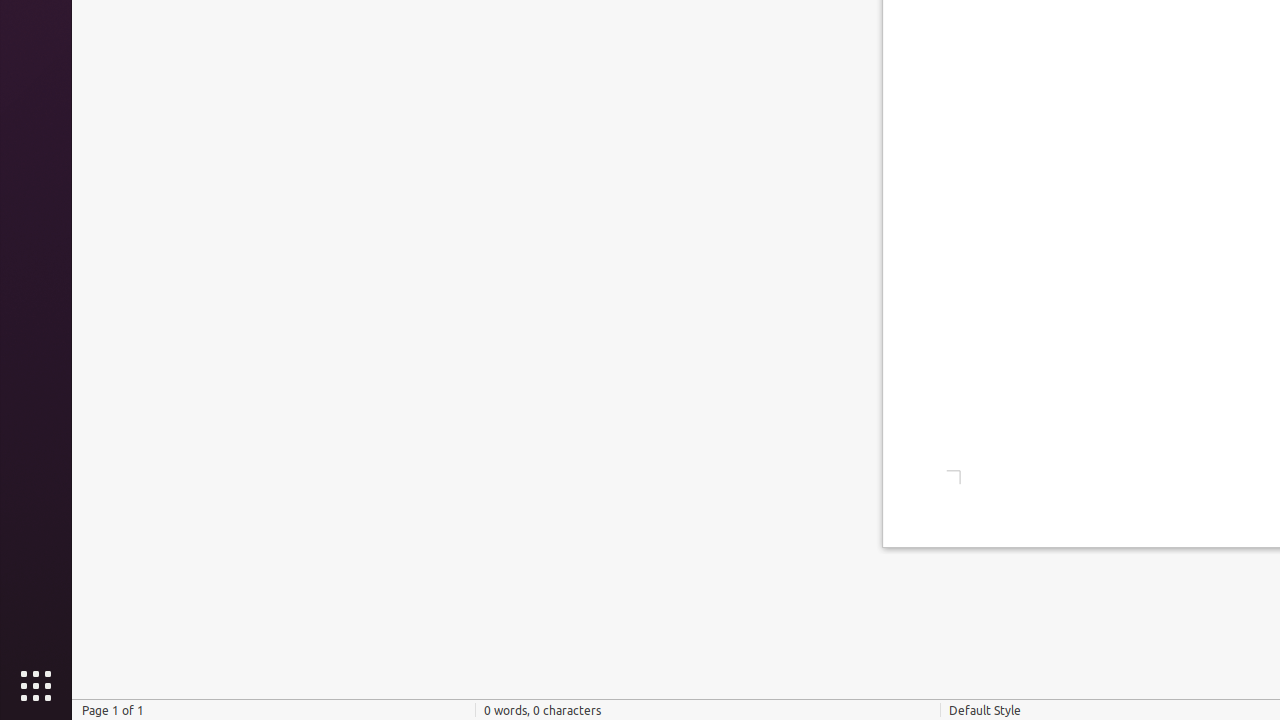  Describe the element at coordinates (35, 685) in the screenshot. I see `'Show Applications'` at that location.